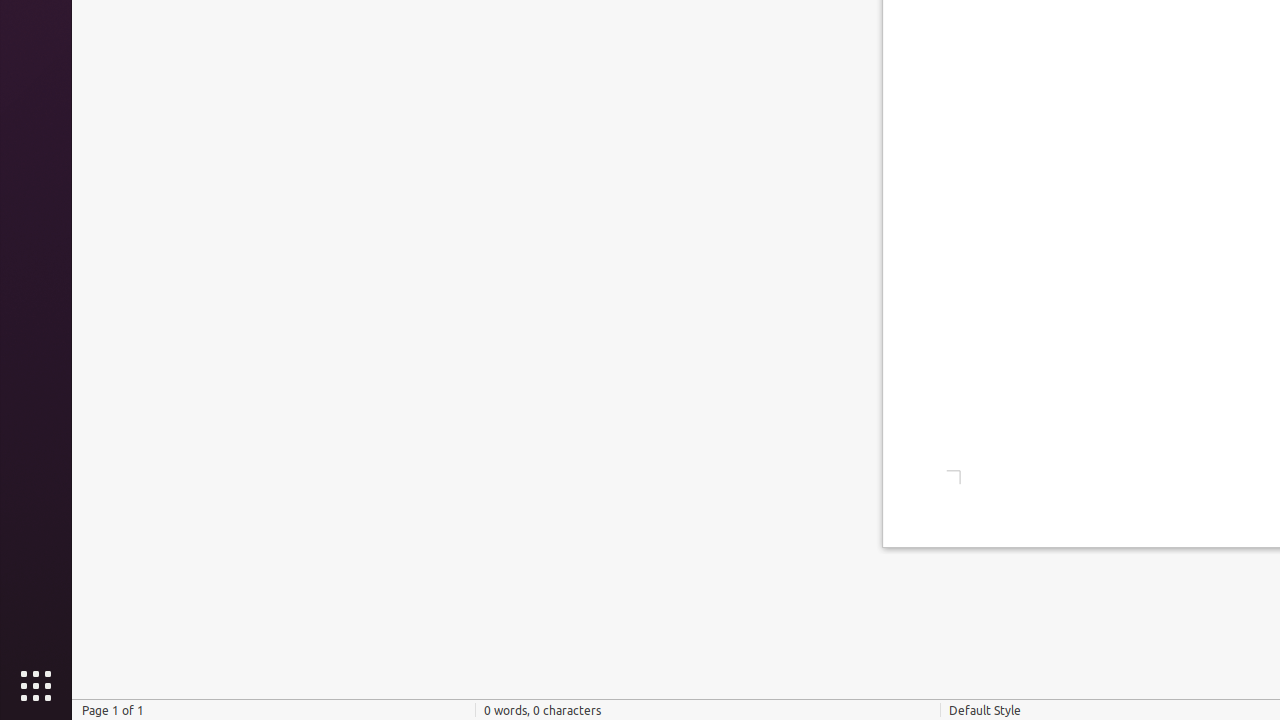  Describe the element at coordinates (35, 685) in the screenshot. I see `'Show Applications'` at that location.